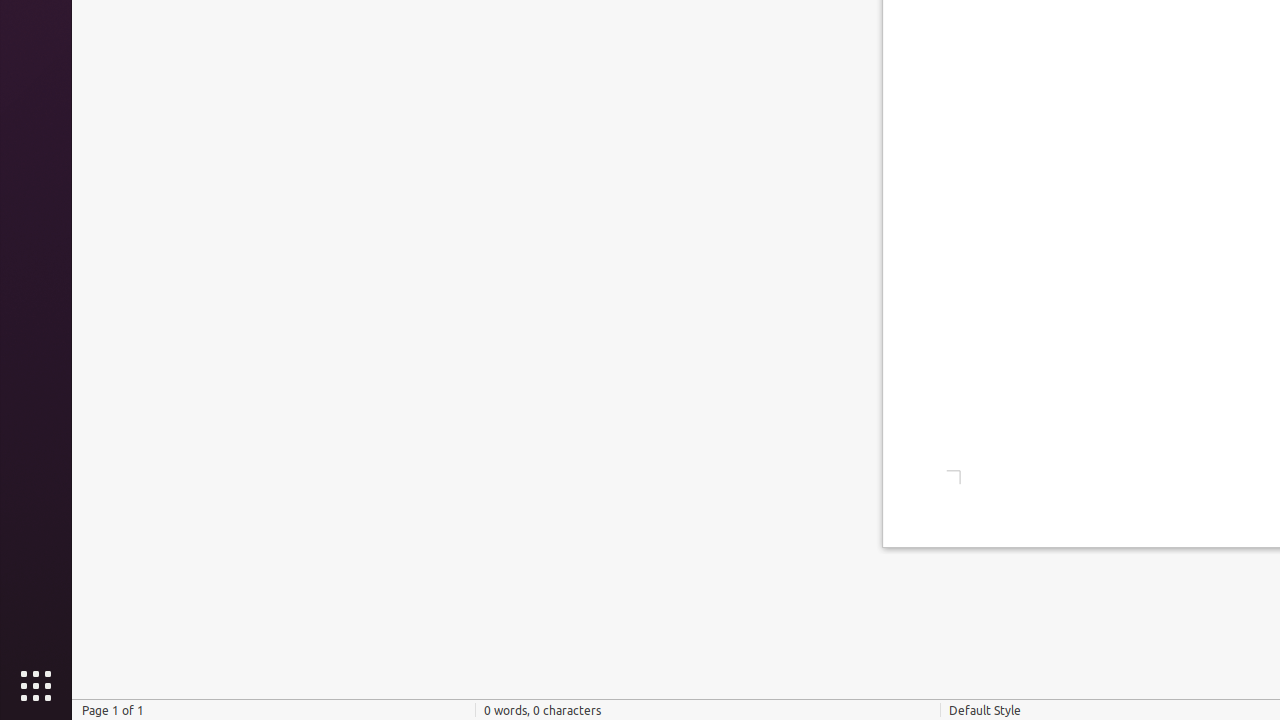  Describe the element at coordinates (35, 685) in the screenshot. I see `'Show Applications'` at that location.